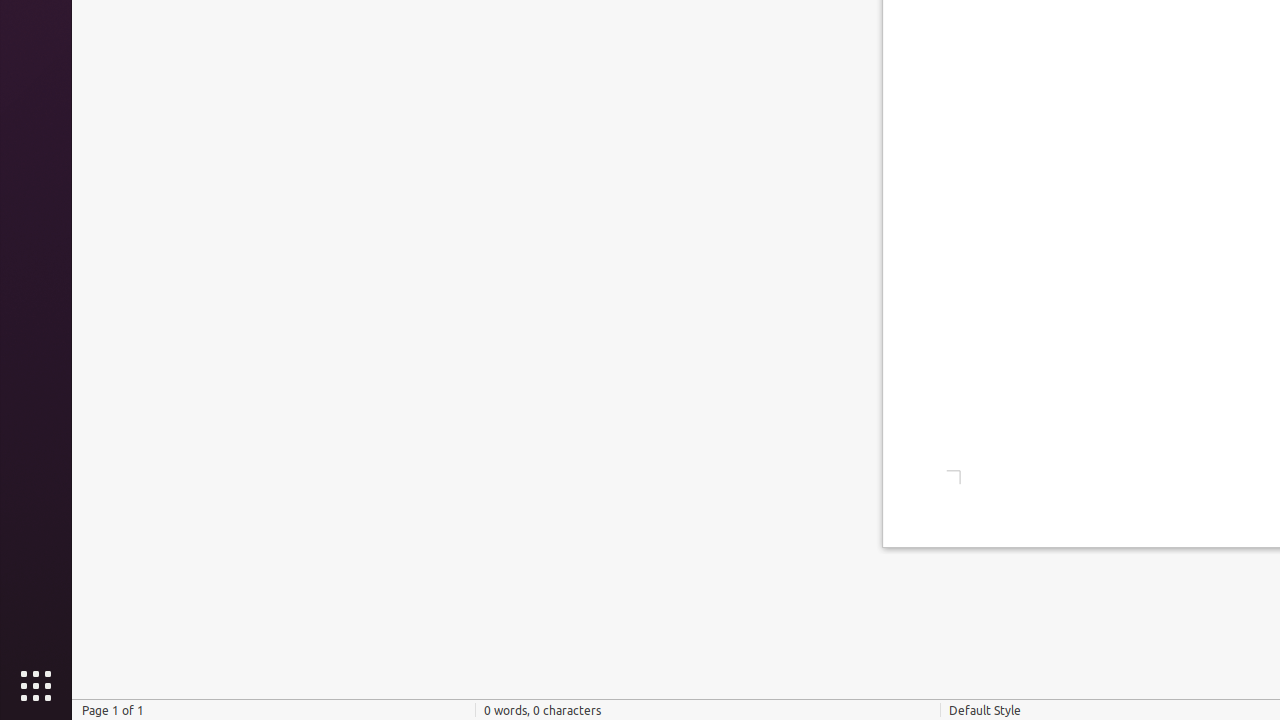  Describe the element at coordinates (35, 685) in the screenshot. I see `'Show Applications'` at that location.